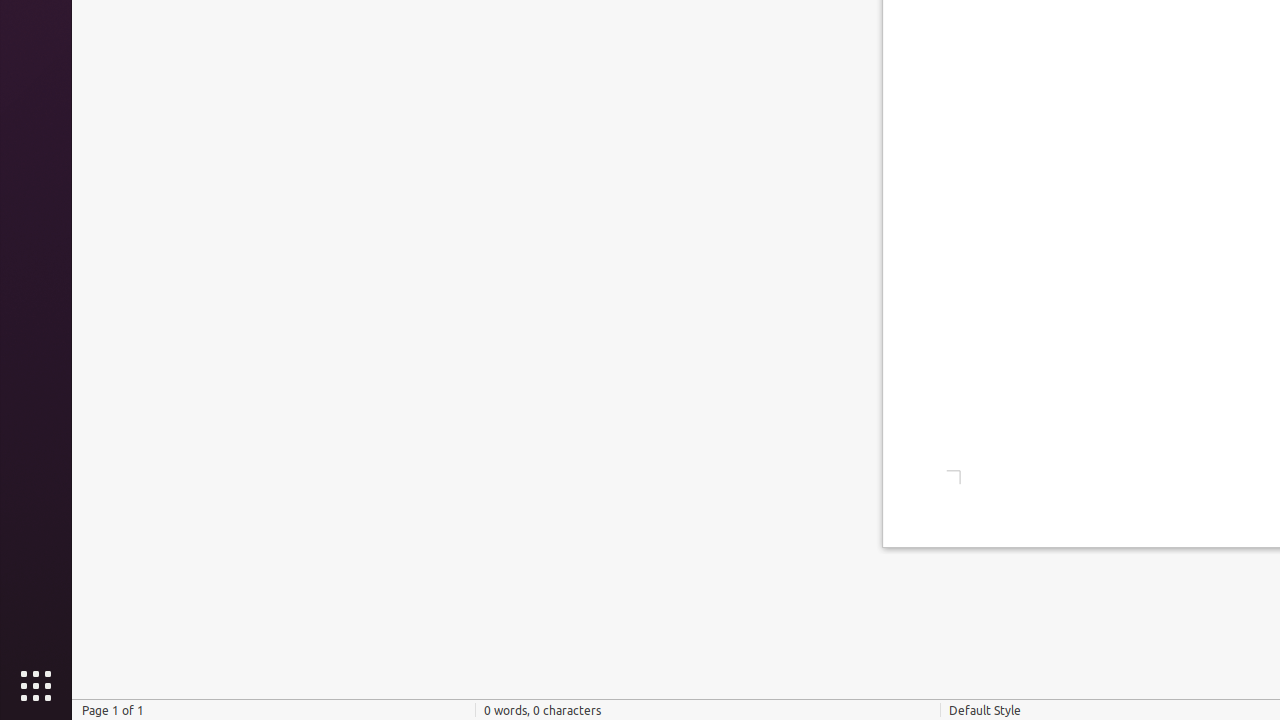  Describe the element at coordinates (35, 685) in the screenshot. I see `'Show Applications'` at that location.